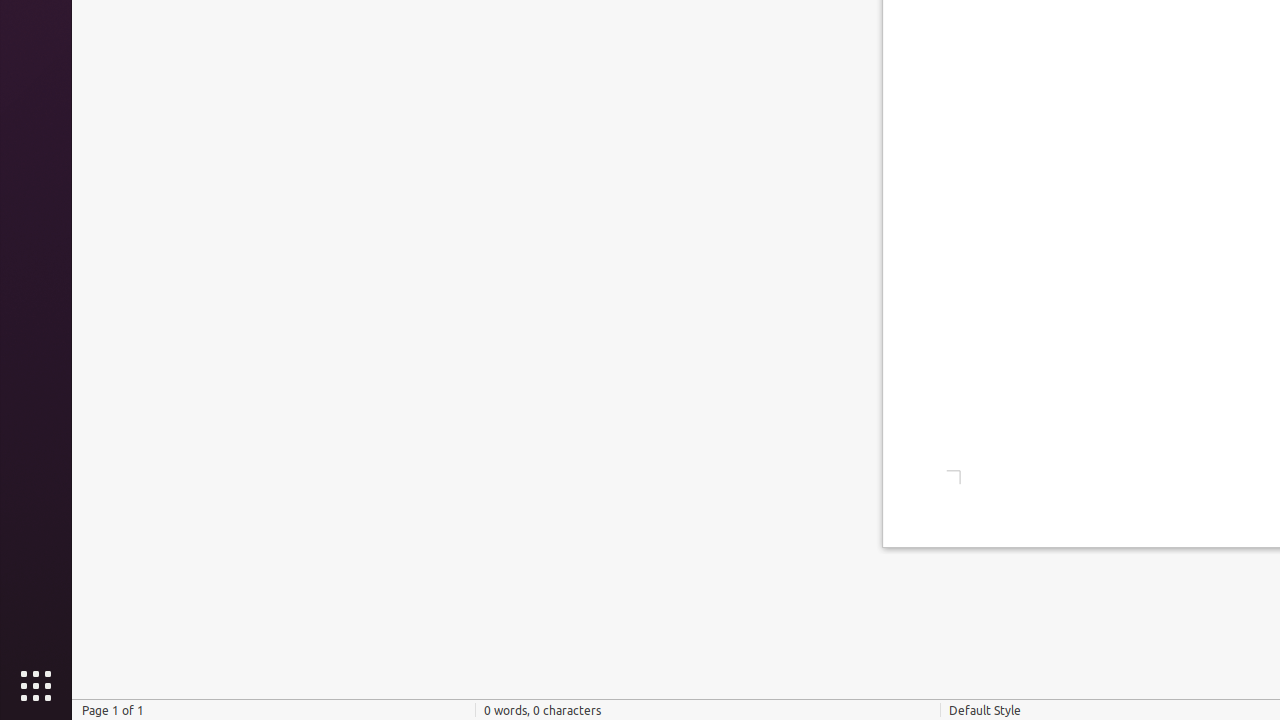  Describe the element at coordinates (35, 685) in the screenshot. I see `'Show Applications'` at that location.